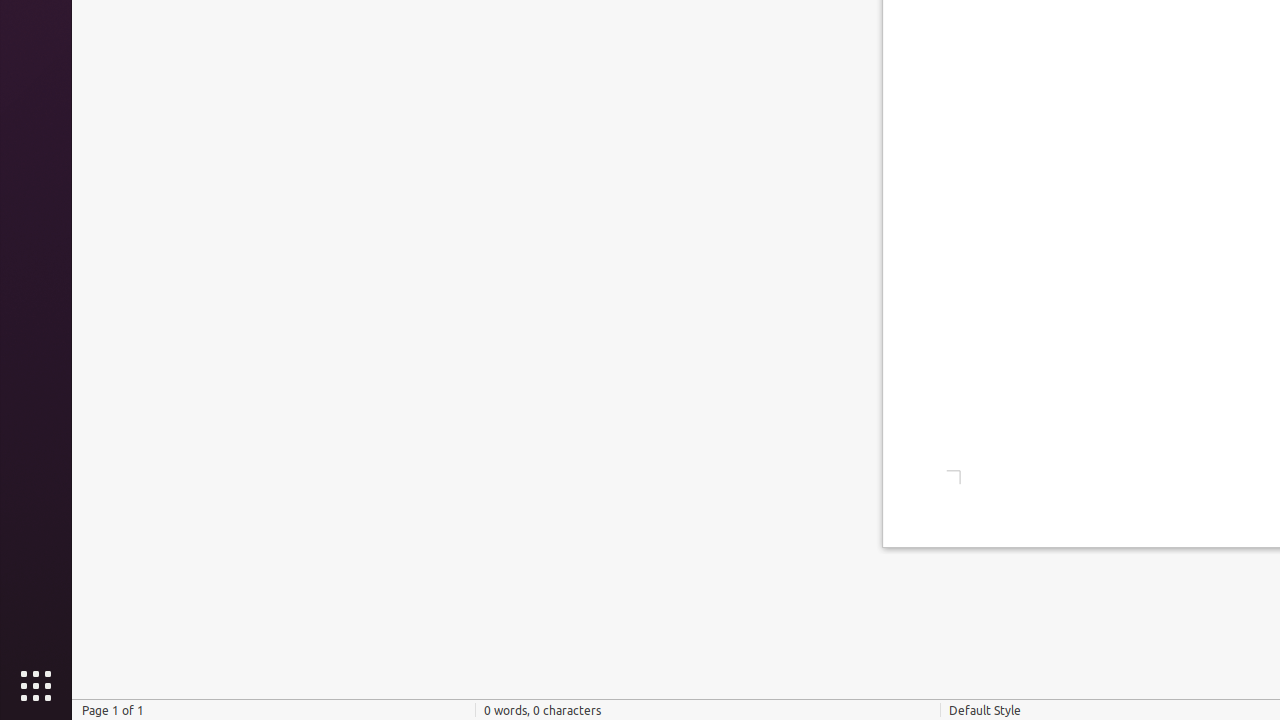  Describe the element at coordinates (35, 685) in the screenshot. I see `'Show Applications'` at that location.